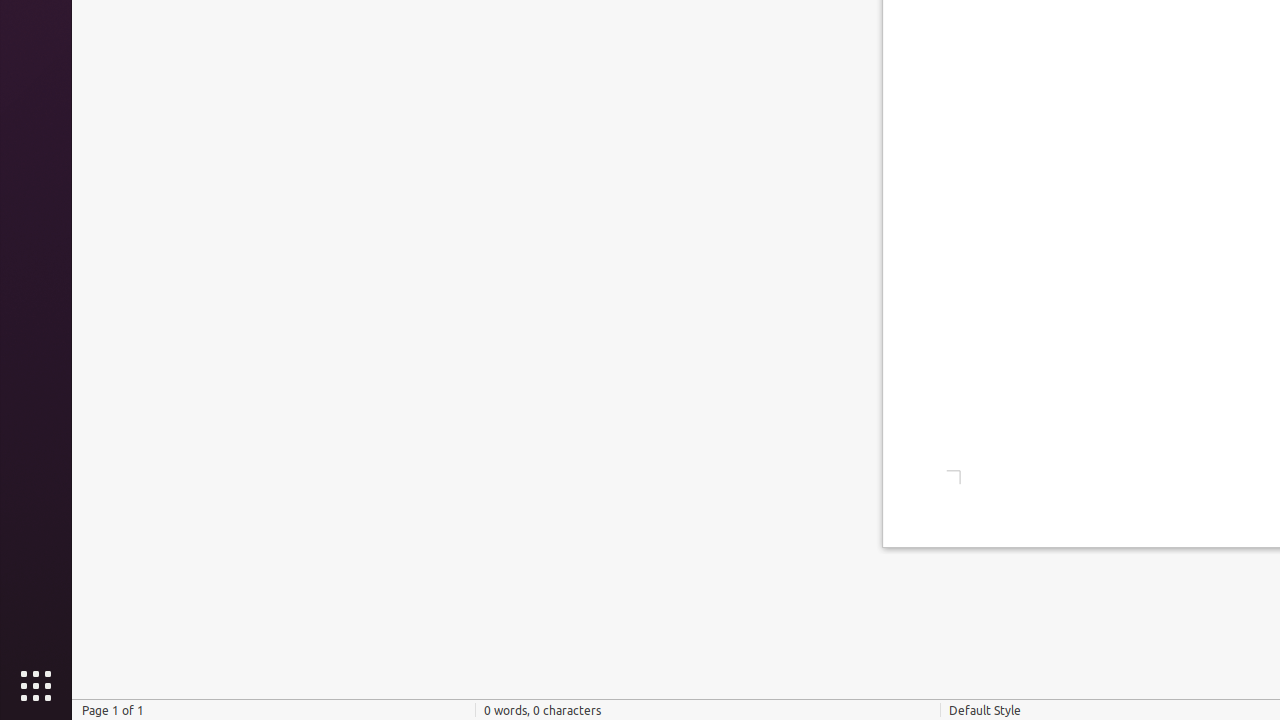  Describe the element at coordinates (35, 685) in the screenshot. I see `'Show Applications'` at that location.